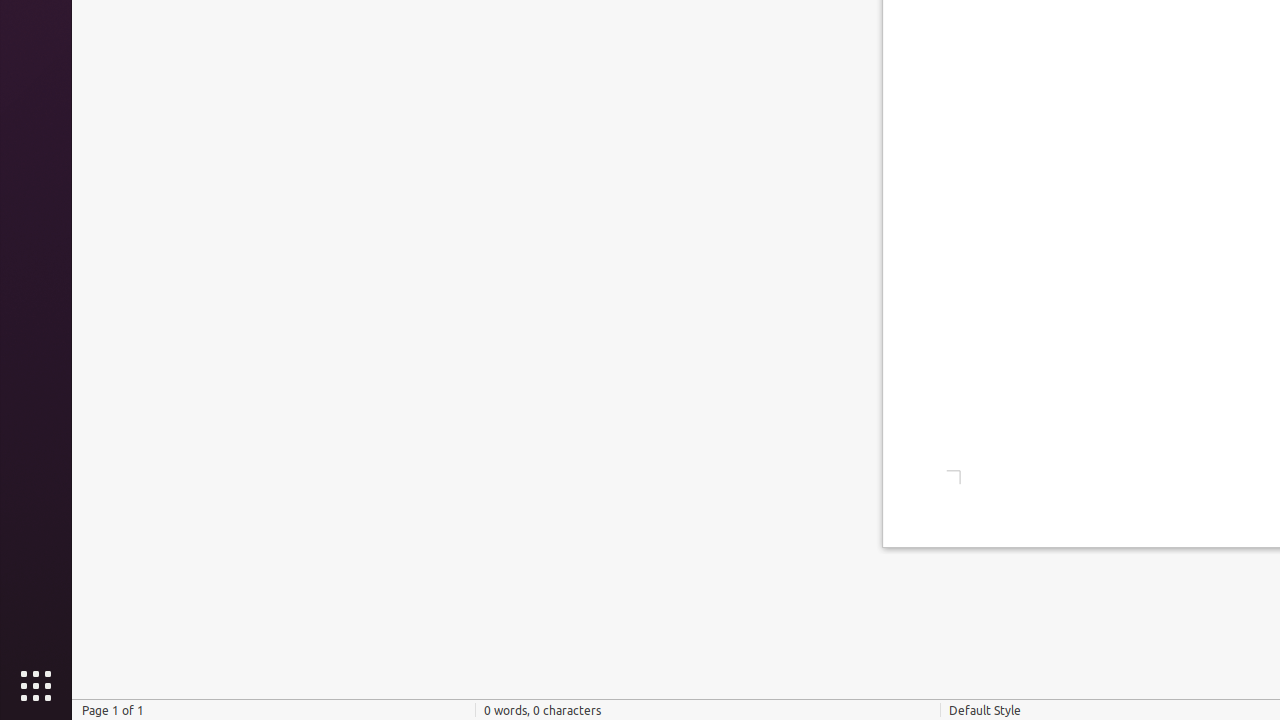  Describe the element at coordinates (35, 685) in the screenshot. I see `'Show Applications'` at that location.